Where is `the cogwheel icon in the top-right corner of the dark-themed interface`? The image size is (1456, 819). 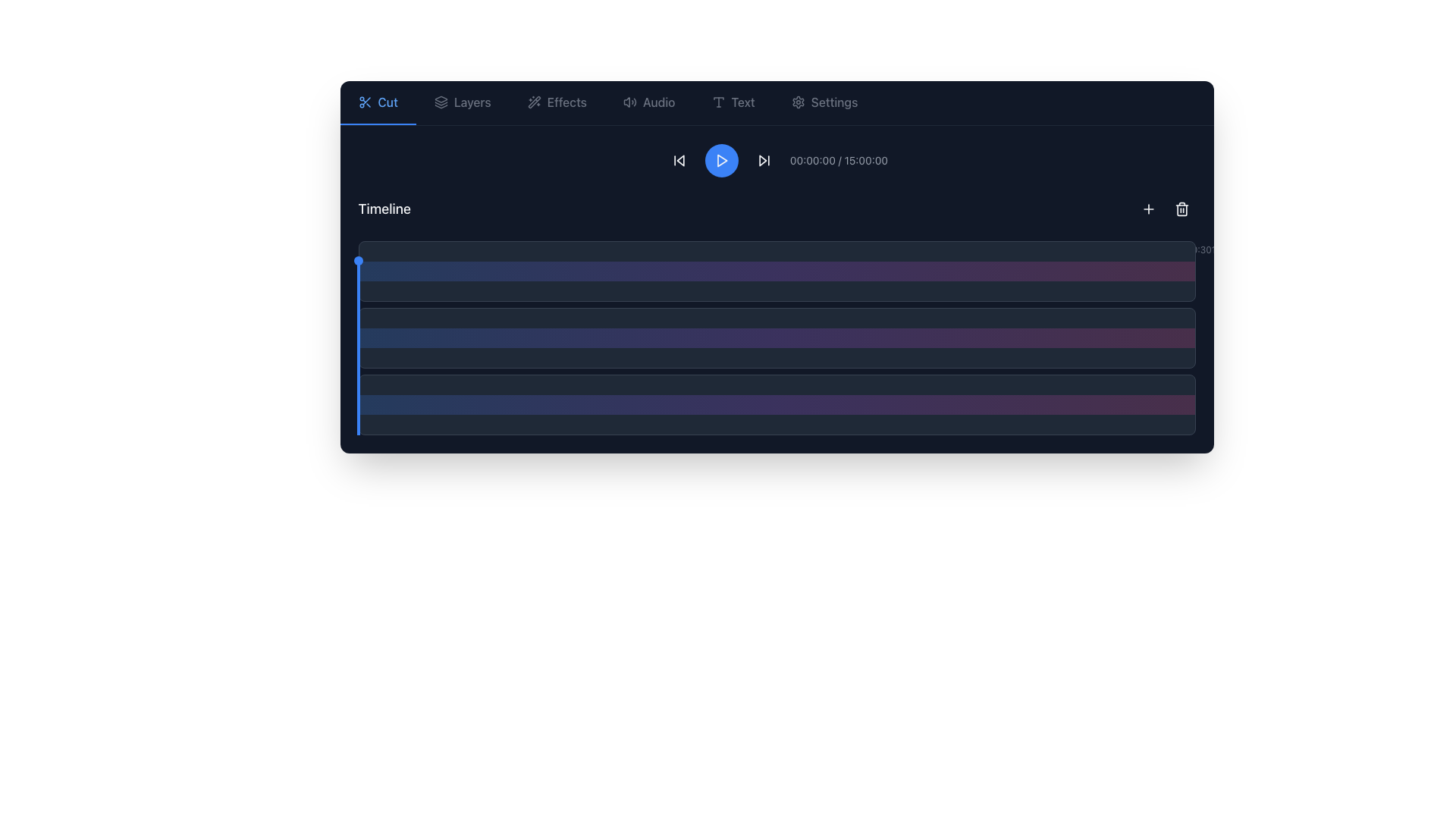 the cogwheel icon in the top-right corner of the dark-themed interface is located at coordinates (797, 102).